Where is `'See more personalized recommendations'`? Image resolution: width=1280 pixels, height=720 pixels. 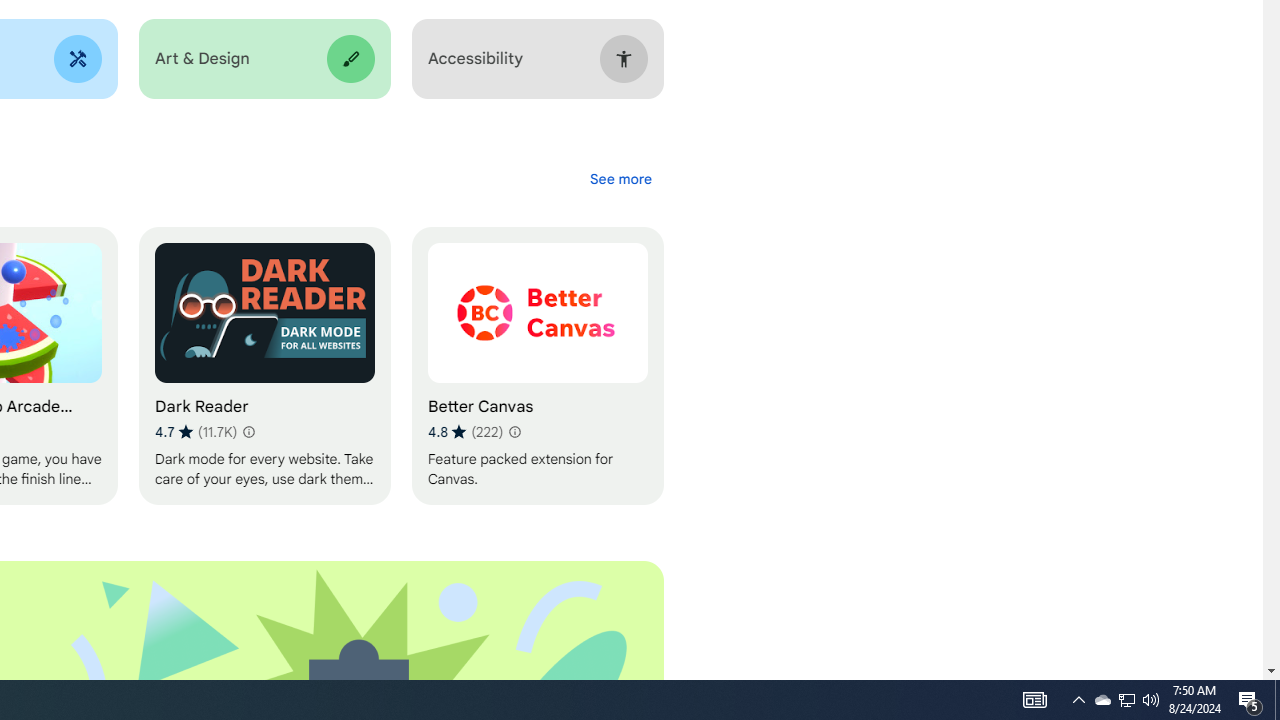
'See more personalized recommendations' is located at coordinates (619, 178).